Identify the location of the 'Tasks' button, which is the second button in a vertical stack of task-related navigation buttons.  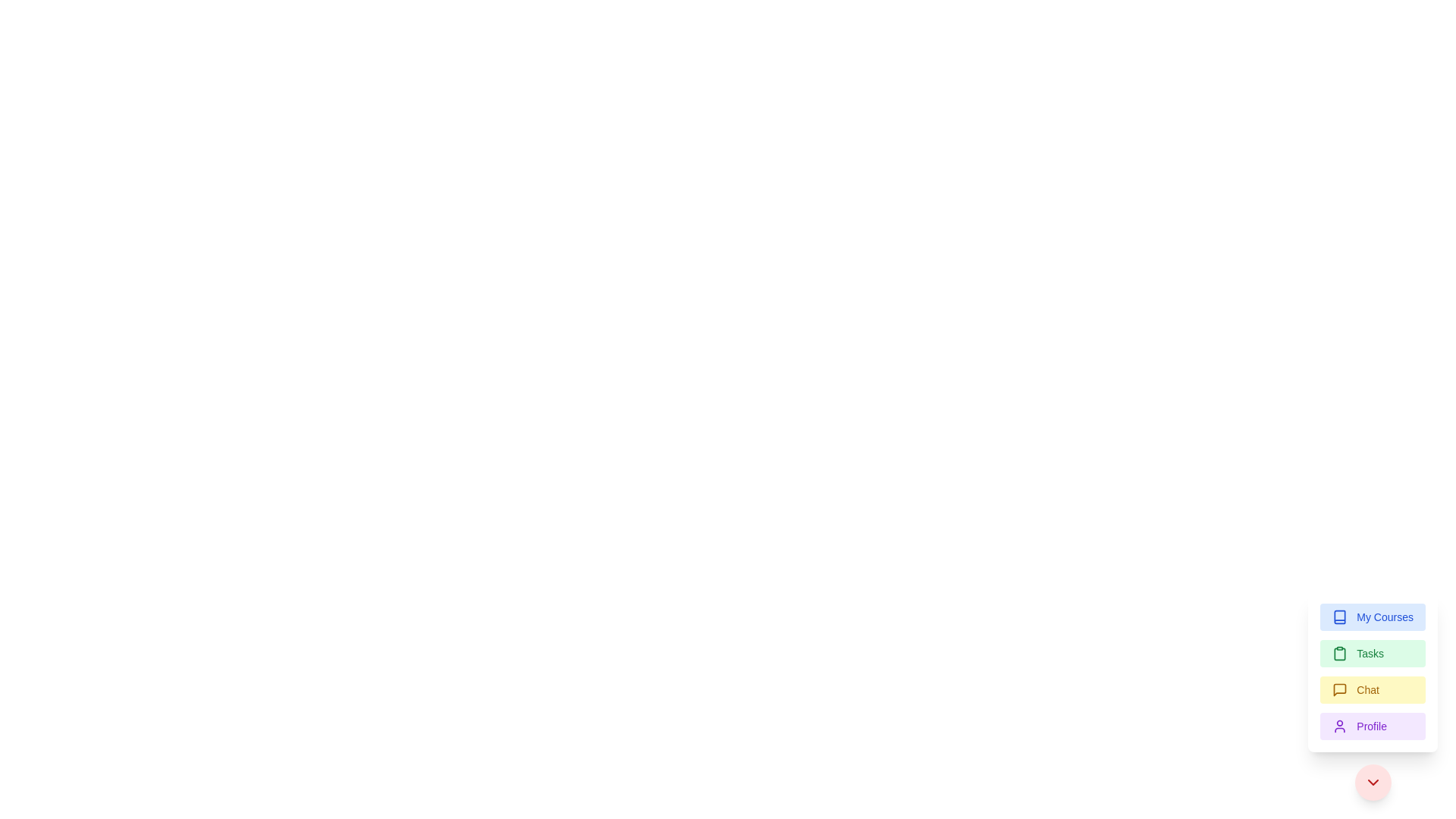
(1373, 652).